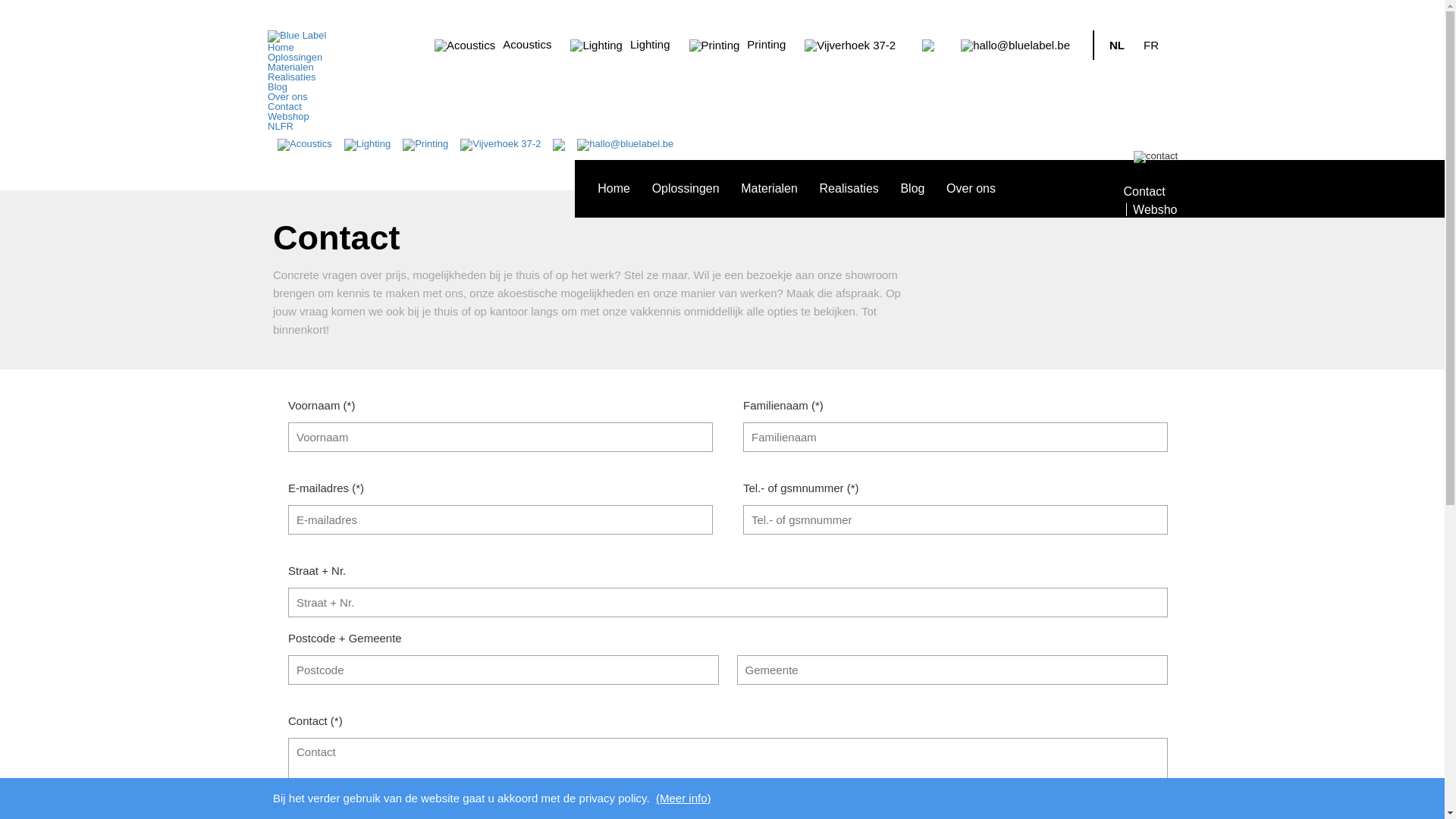  I want to click on 'Over ons', so click(946, 187).